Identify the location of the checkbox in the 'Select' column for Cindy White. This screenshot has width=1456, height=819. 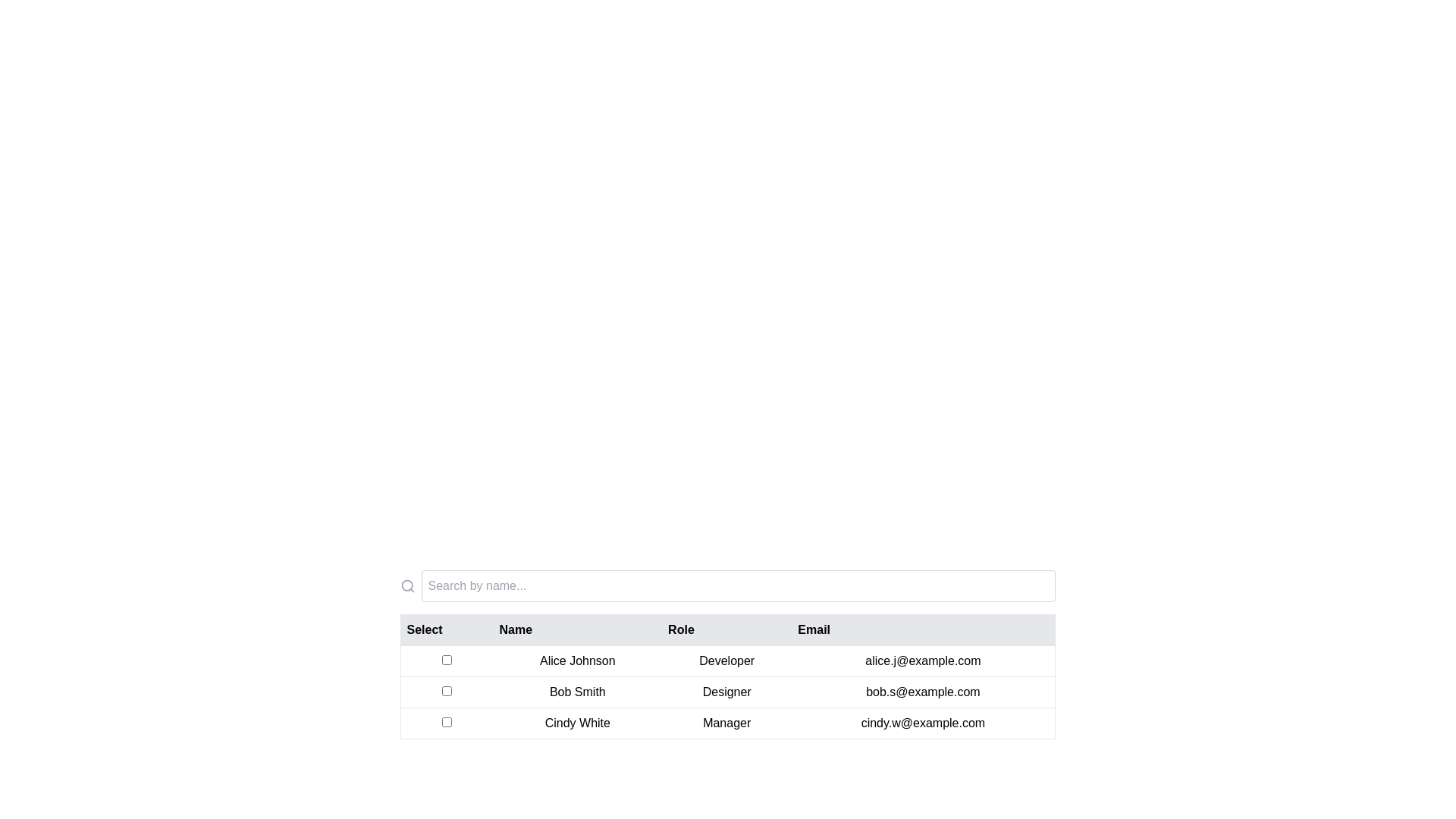
(446, 721).